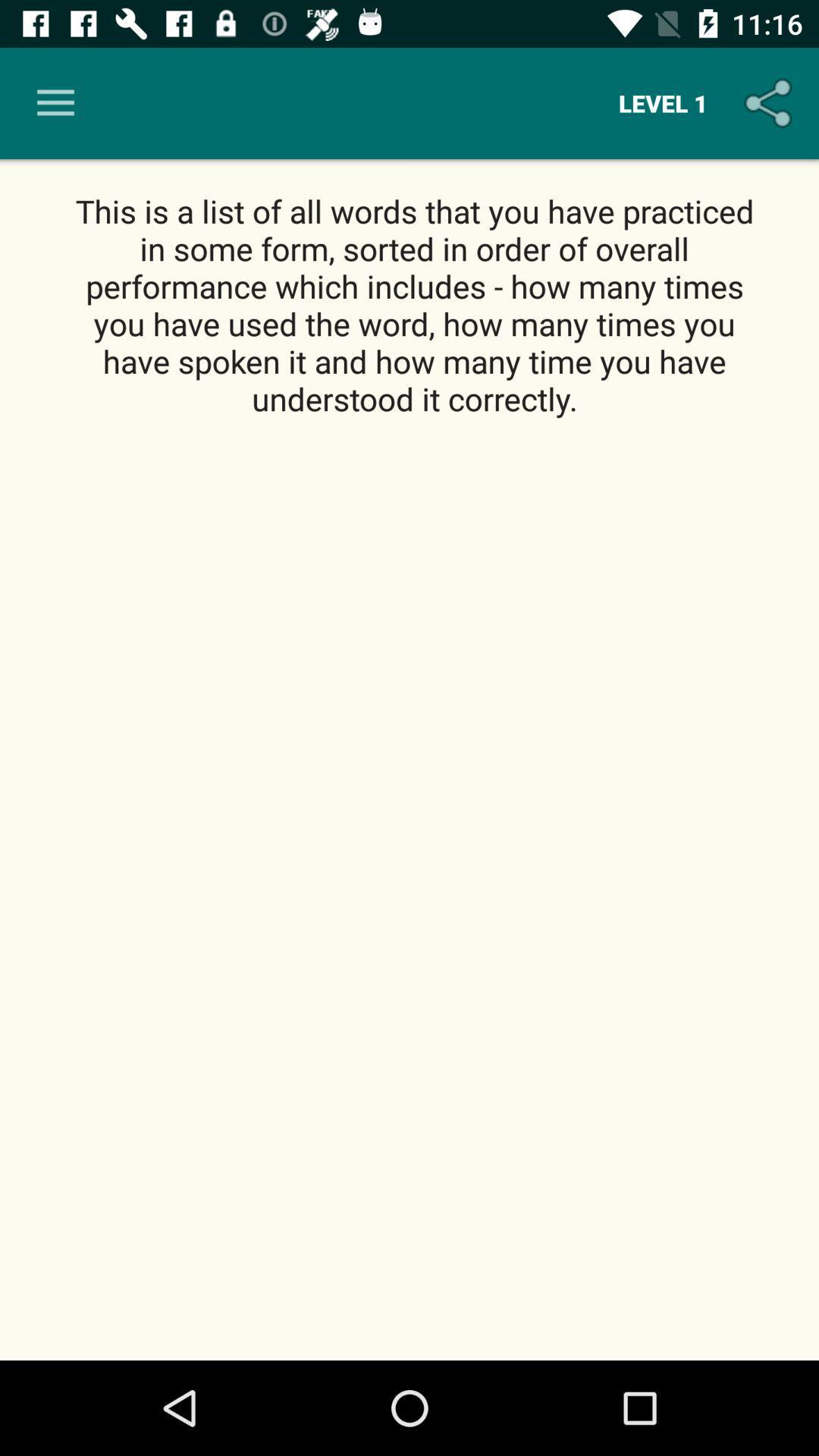  Describe the element at coordinates (55, 102) in the screenshot. I see `the item to the left of level 1` at that location.